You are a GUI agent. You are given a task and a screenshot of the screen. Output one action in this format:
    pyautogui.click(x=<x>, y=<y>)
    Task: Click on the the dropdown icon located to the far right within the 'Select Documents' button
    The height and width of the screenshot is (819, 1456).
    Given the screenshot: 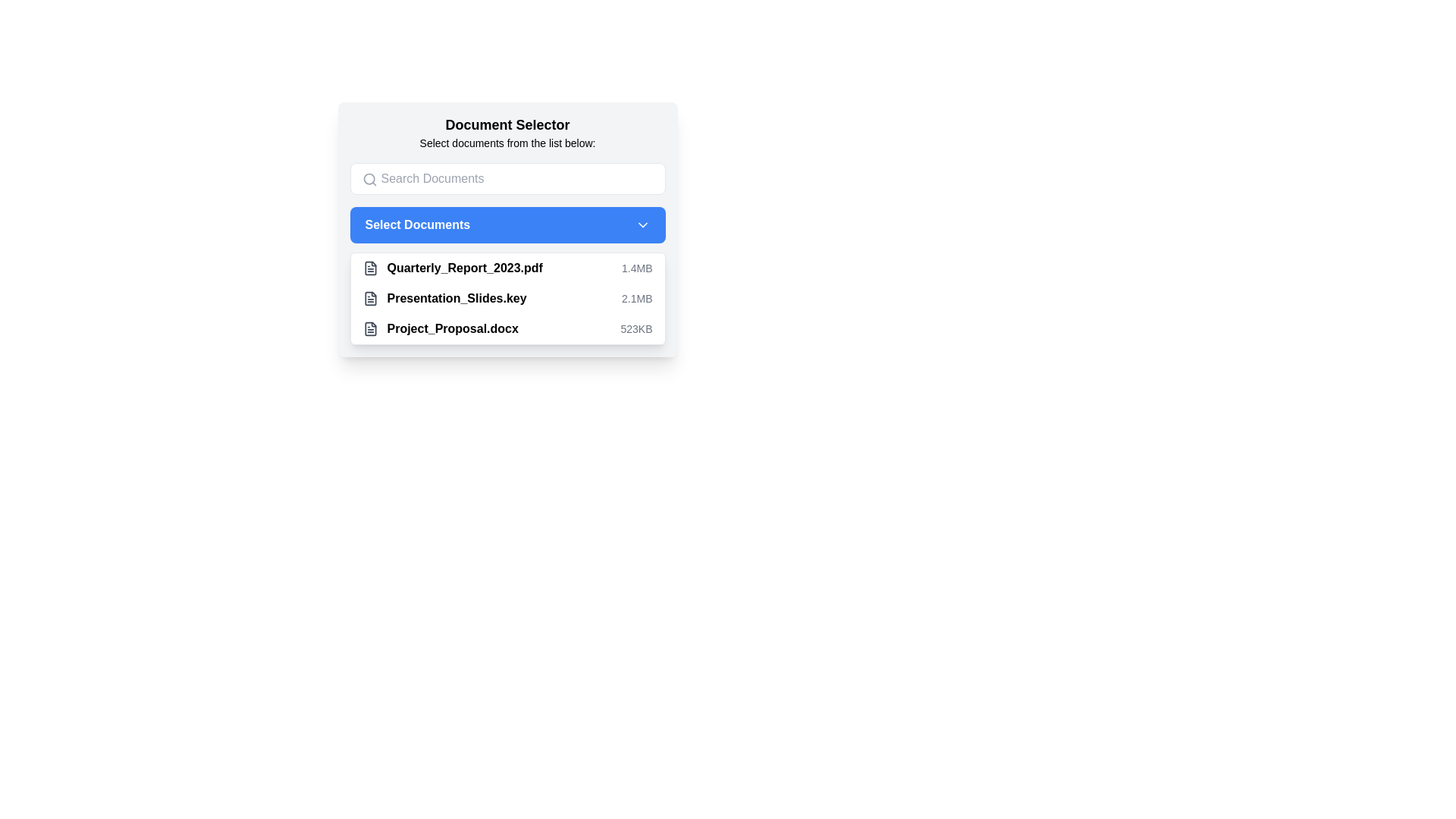 What is the action you would take?
    pyautogui.click(x=642, y=225)
    